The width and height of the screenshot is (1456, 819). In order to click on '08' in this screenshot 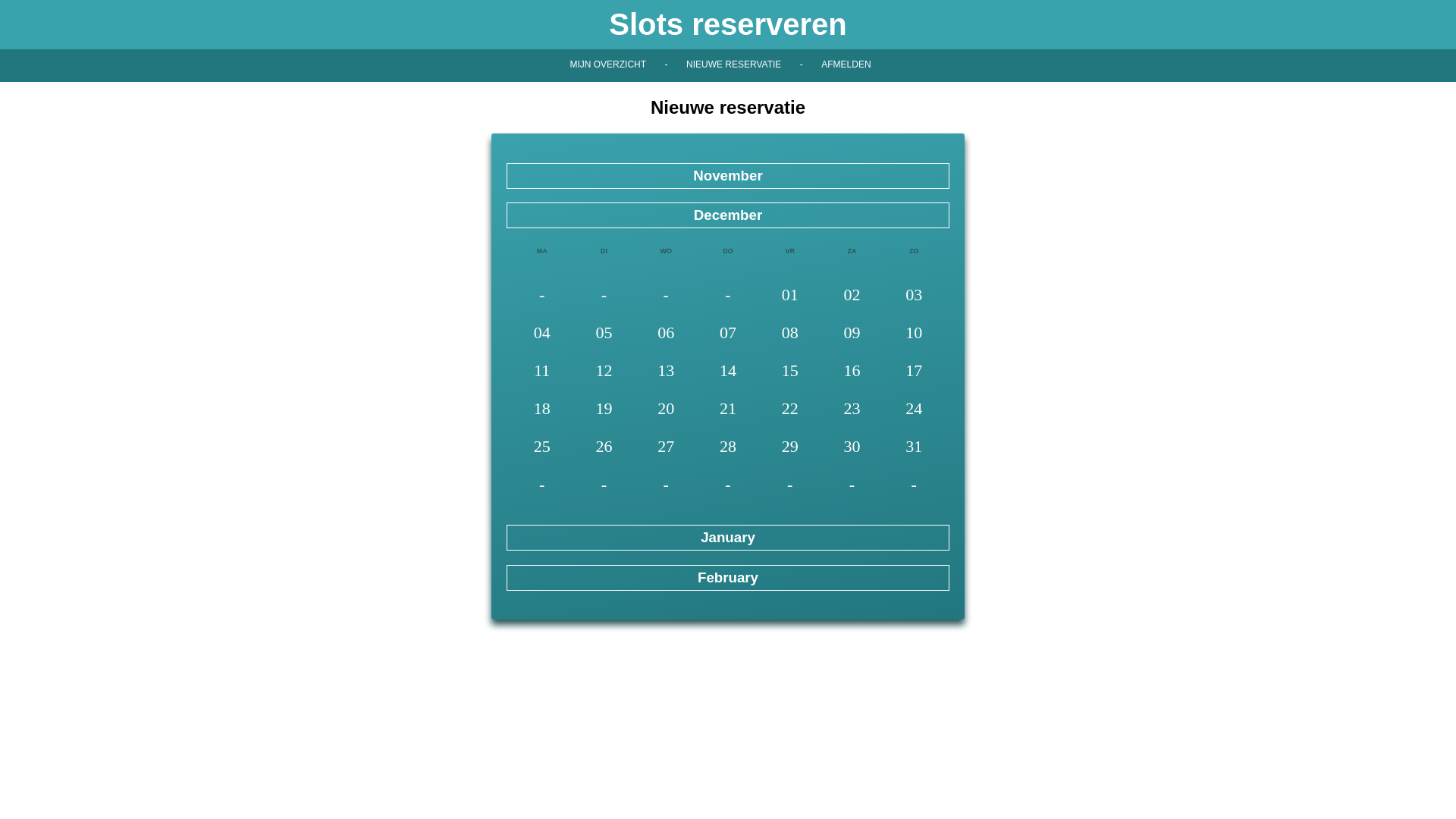, I will do `click(789, 333)`.